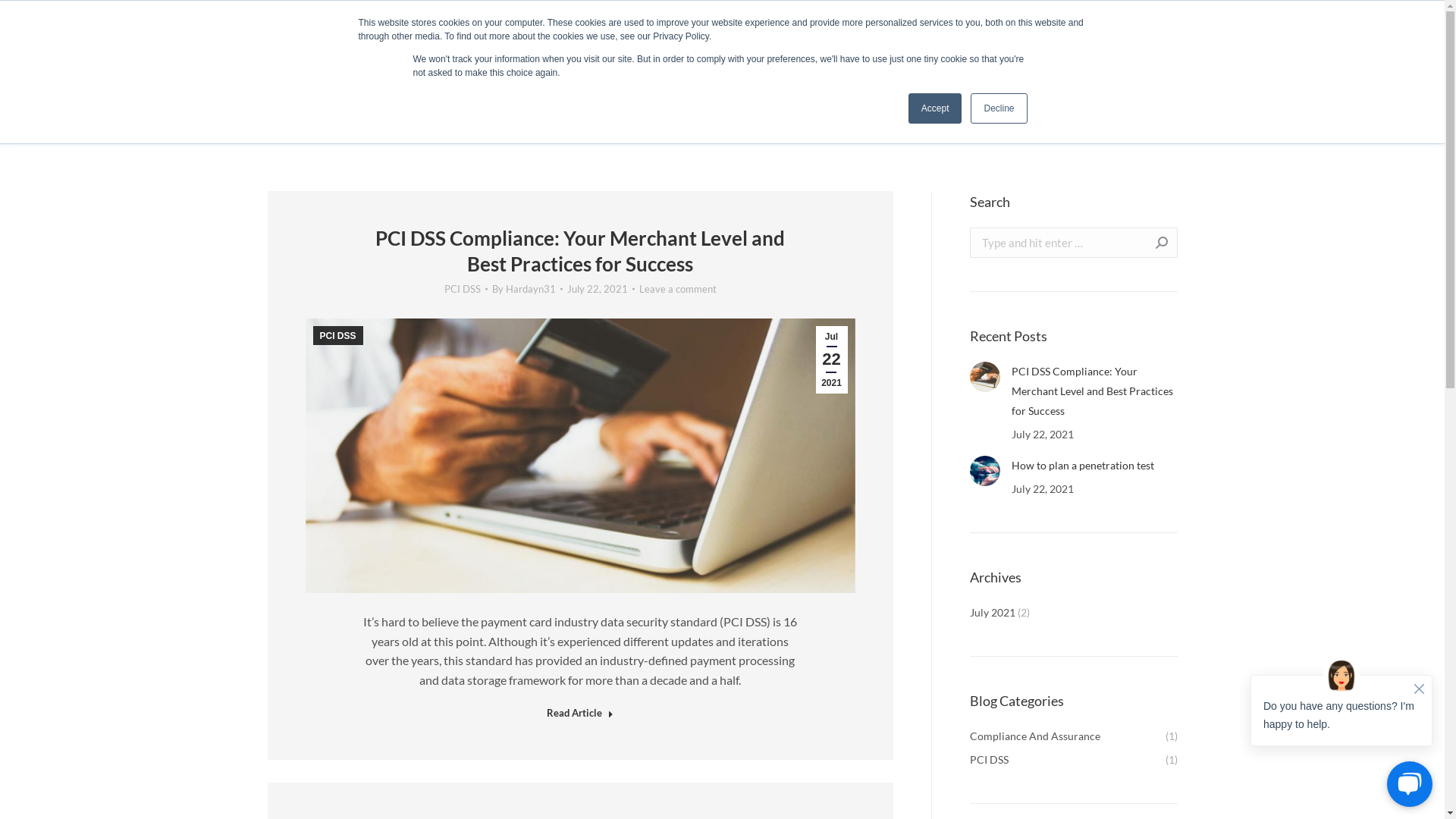 Image resolution: width=1456 pixels, height=819 pixels. Describe the element at coordinates (908, 107) in the screenshot. I see `'Accept'` at that location.